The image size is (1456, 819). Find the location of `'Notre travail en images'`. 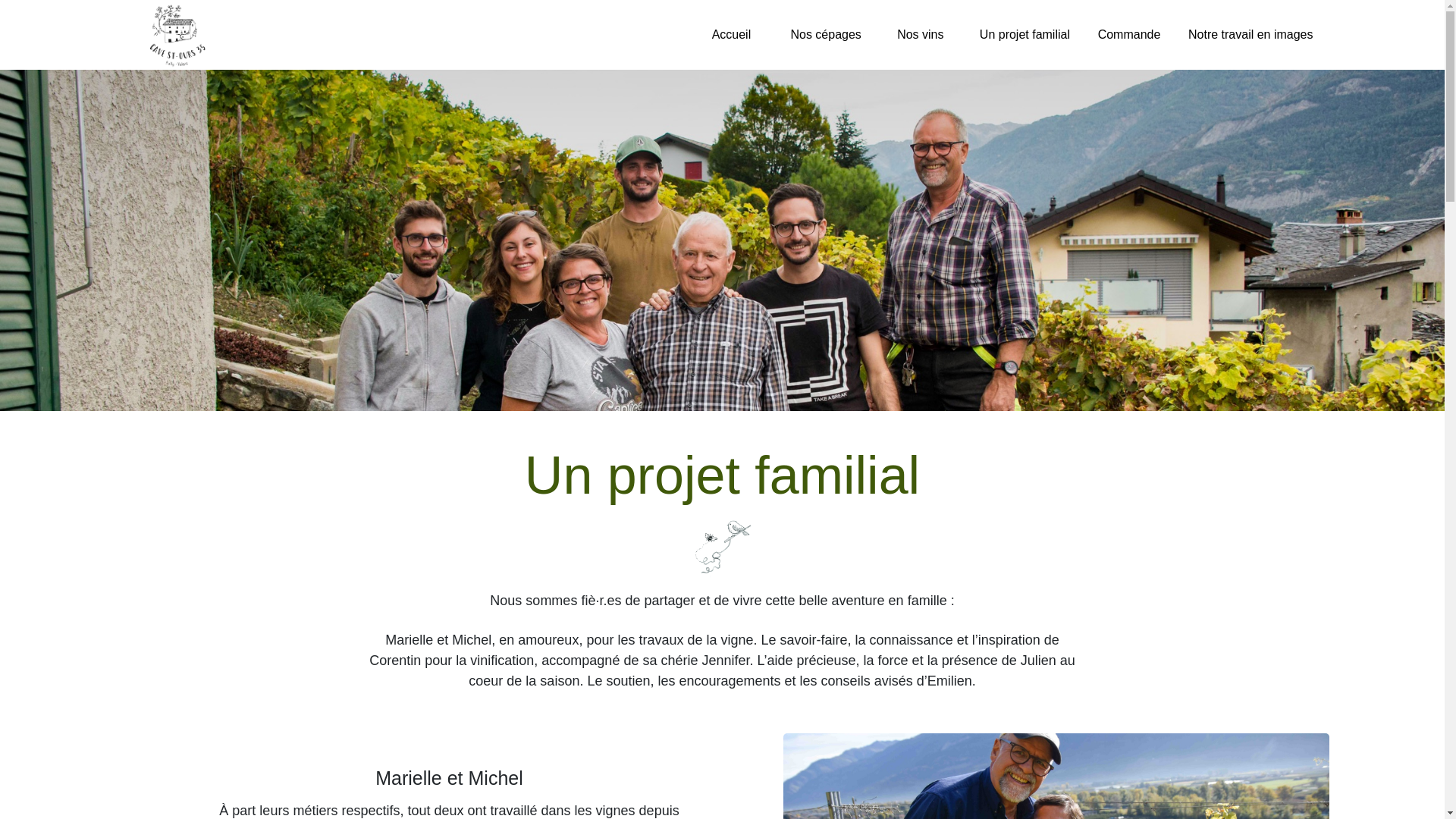

'Notre travail en images' is located at coordinates (1250, 34).